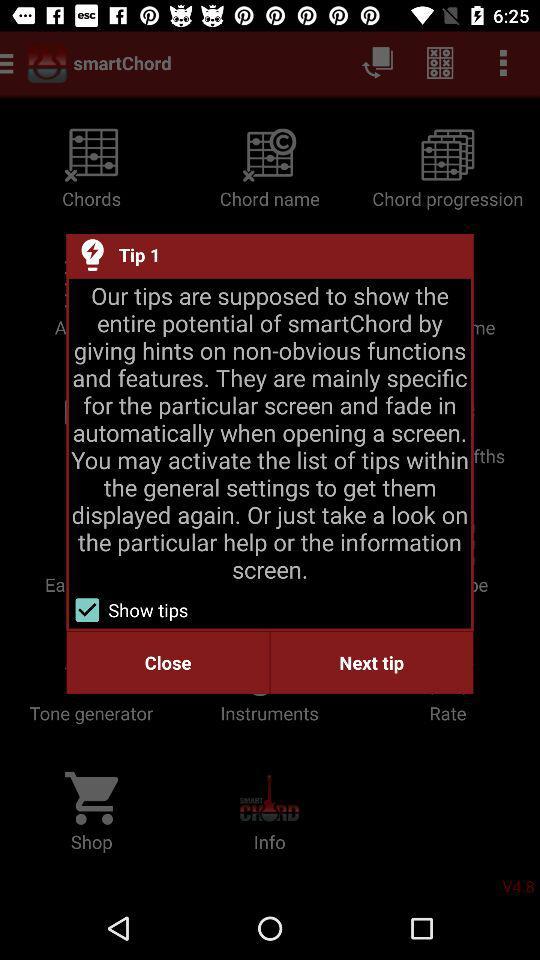 The height and width of the screenshot is (960, 540). I want to click on close, so click(167, 662).